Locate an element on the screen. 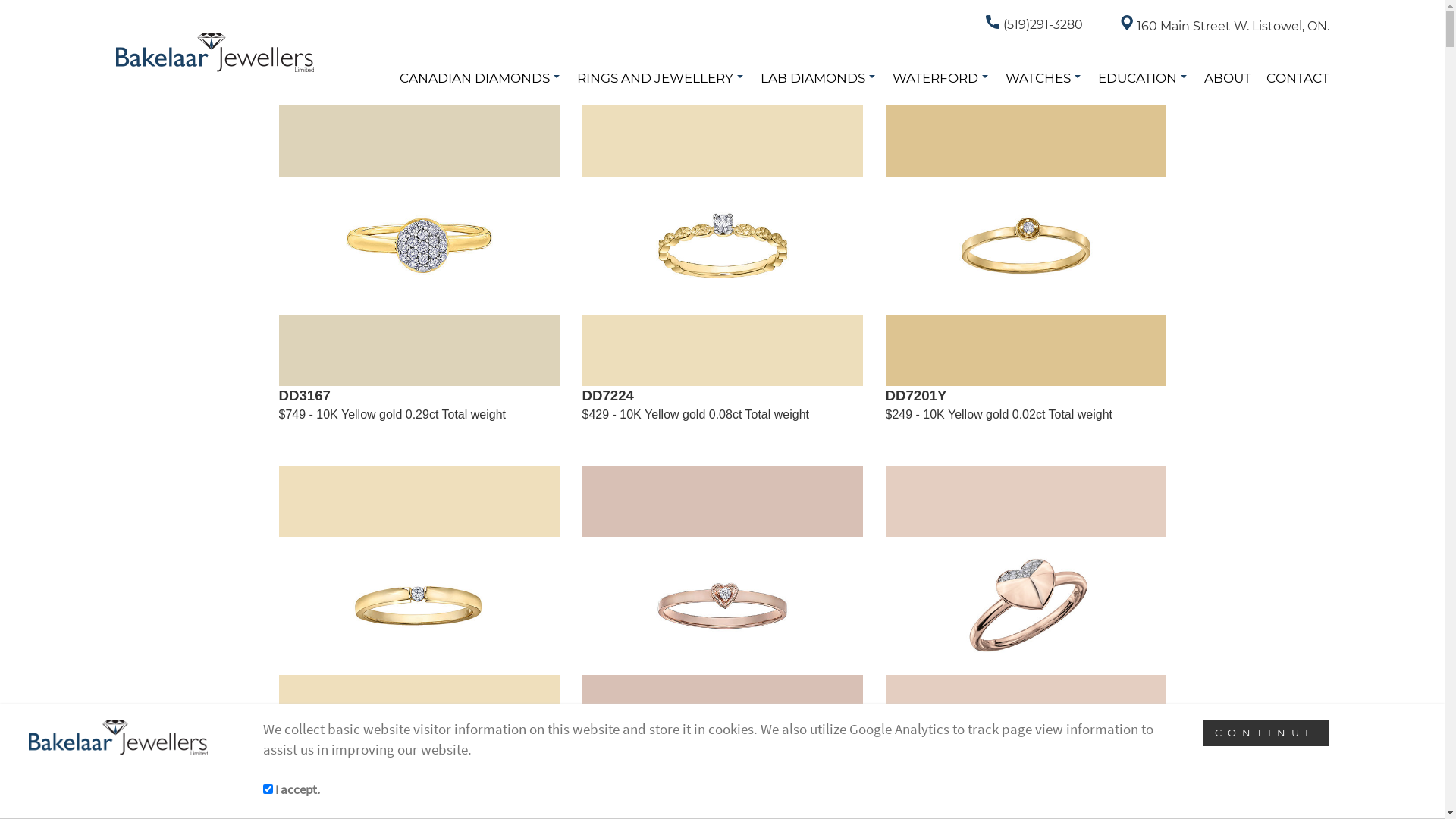  '160 Main Street W. Listowel, ON.' is located at coordinates (1121, 26).